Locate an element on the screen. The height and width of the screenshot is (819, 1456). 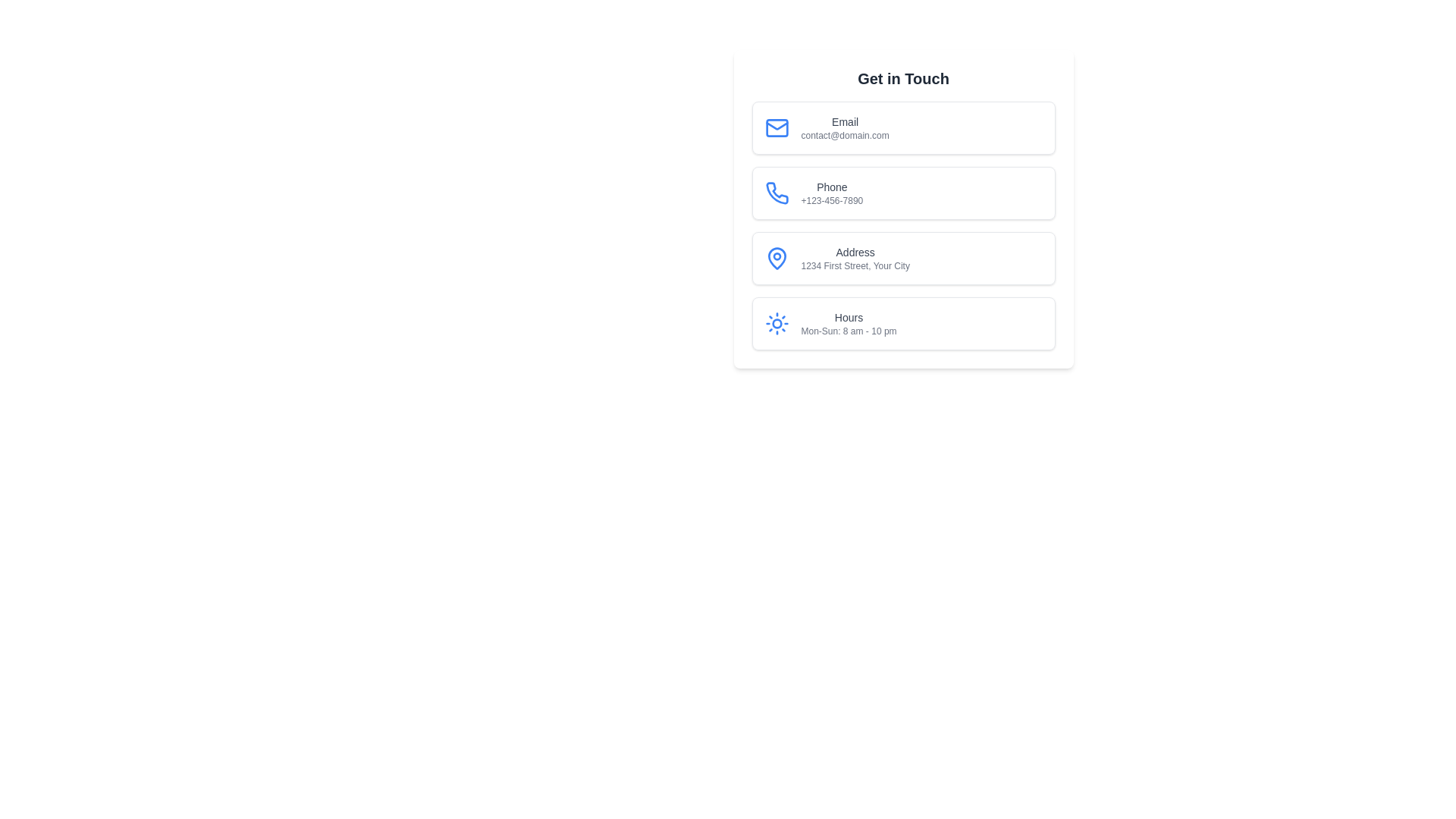
the blue circular SVG element with a white outline, positioned at the center of the sun icon in the fourth row of the contact information list in the 'Get in Touch' section is located at coordinates (777, 323).